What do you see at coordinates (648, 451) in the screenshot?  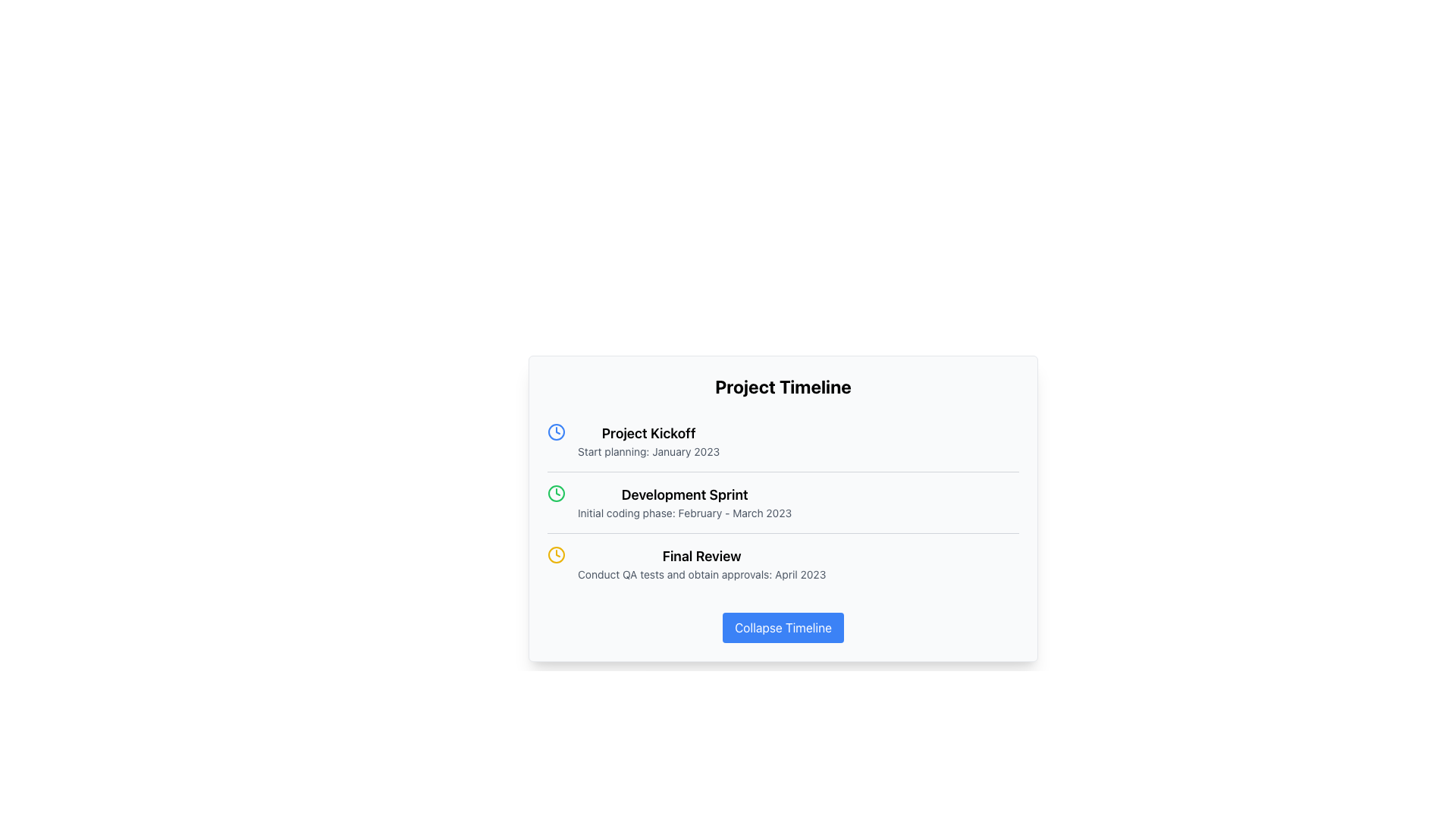 I see `text label that says 'Start planning: January 2023', which is styled with a smaller font size and gray color, located beneath the title 'Project Kickoff'` at bounding box center [648, 451].